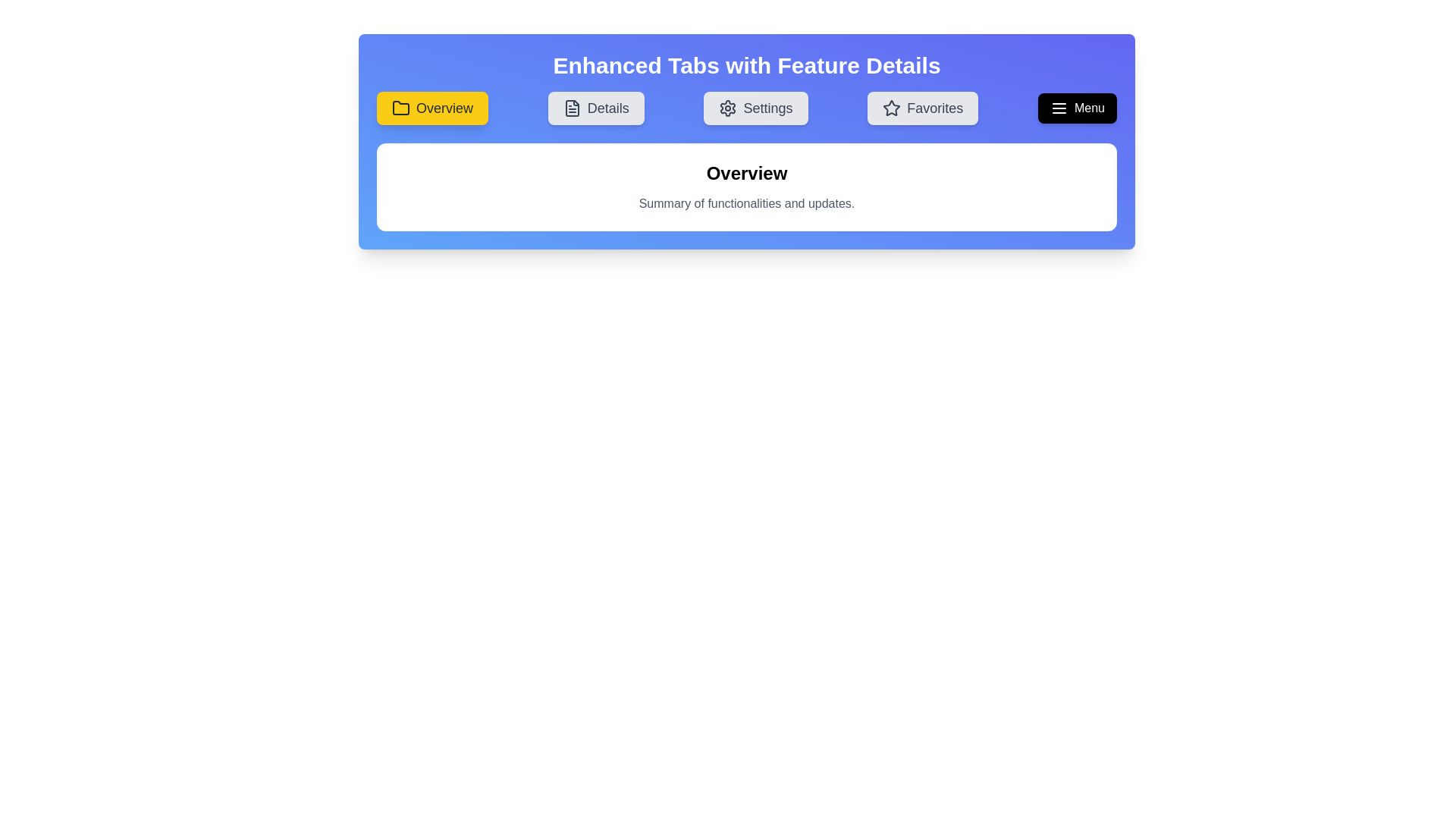 This screenshot has height=819, width=1456. What do you see at coordinates (746, 65) in the screenshot?
I see `the header text label located at the top of the rounded blue section, which summarizes the content below and is centered above the interactive buttons` at bounding box center [746, 65].